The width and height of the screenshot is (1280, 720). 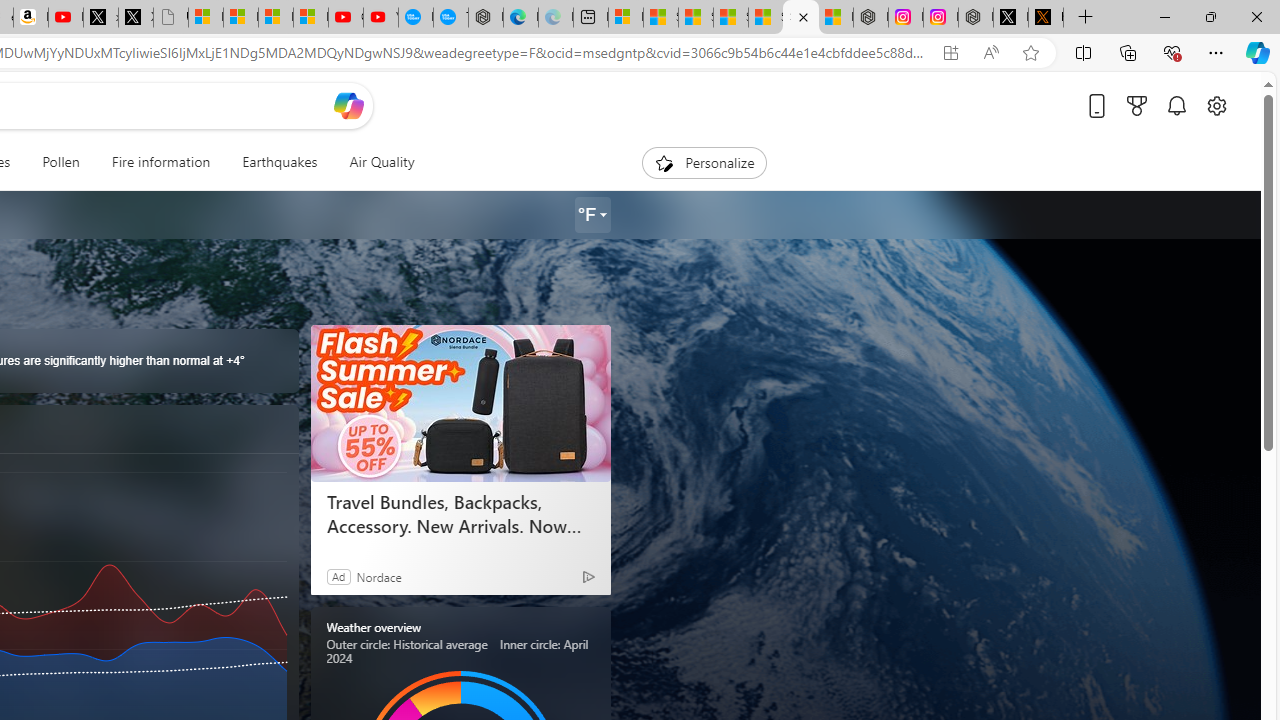 I want to click on 'Personalize', so click(x=704, y=162).